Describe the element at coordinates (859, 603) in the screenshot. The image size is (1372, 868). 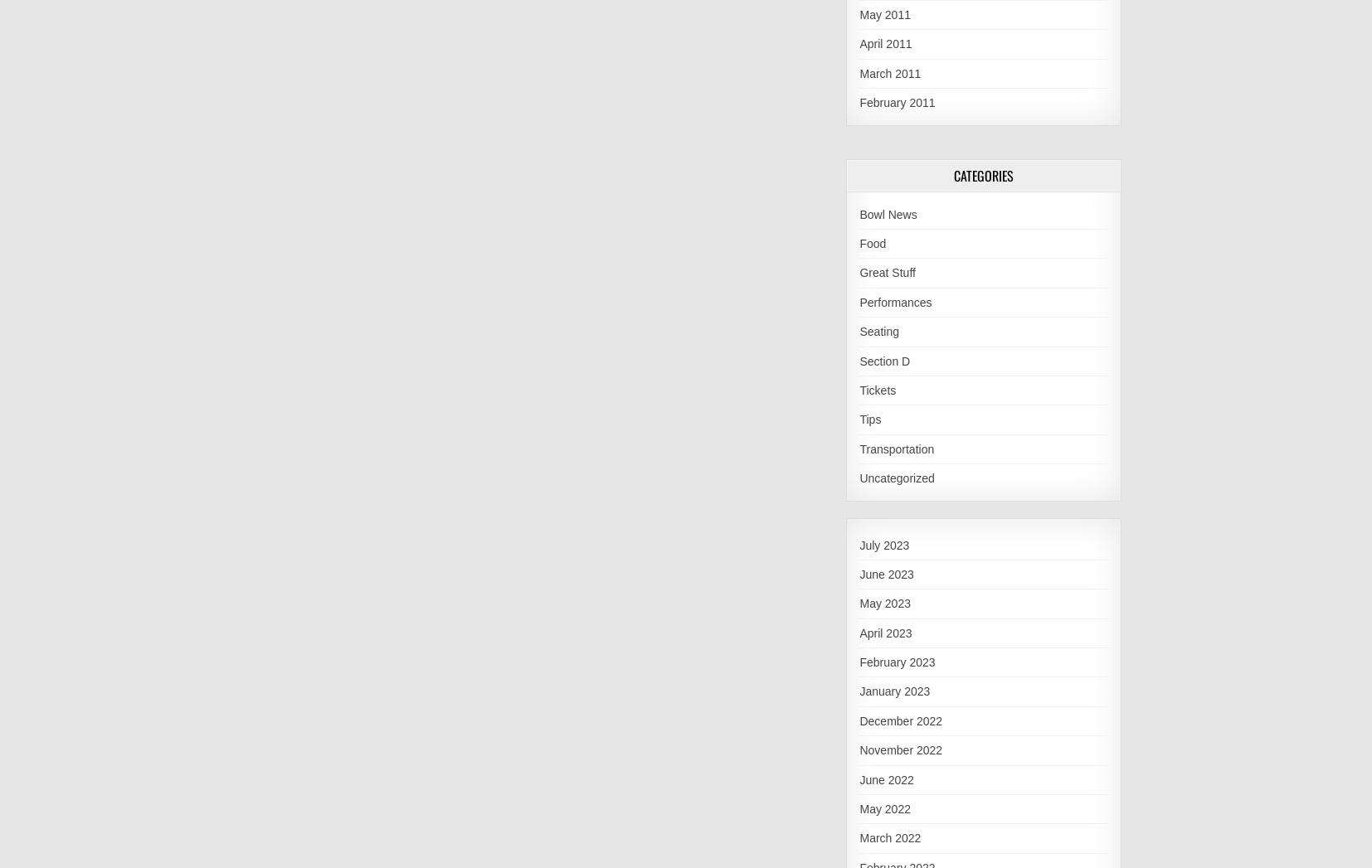
I see `'May 2023'` at that location.